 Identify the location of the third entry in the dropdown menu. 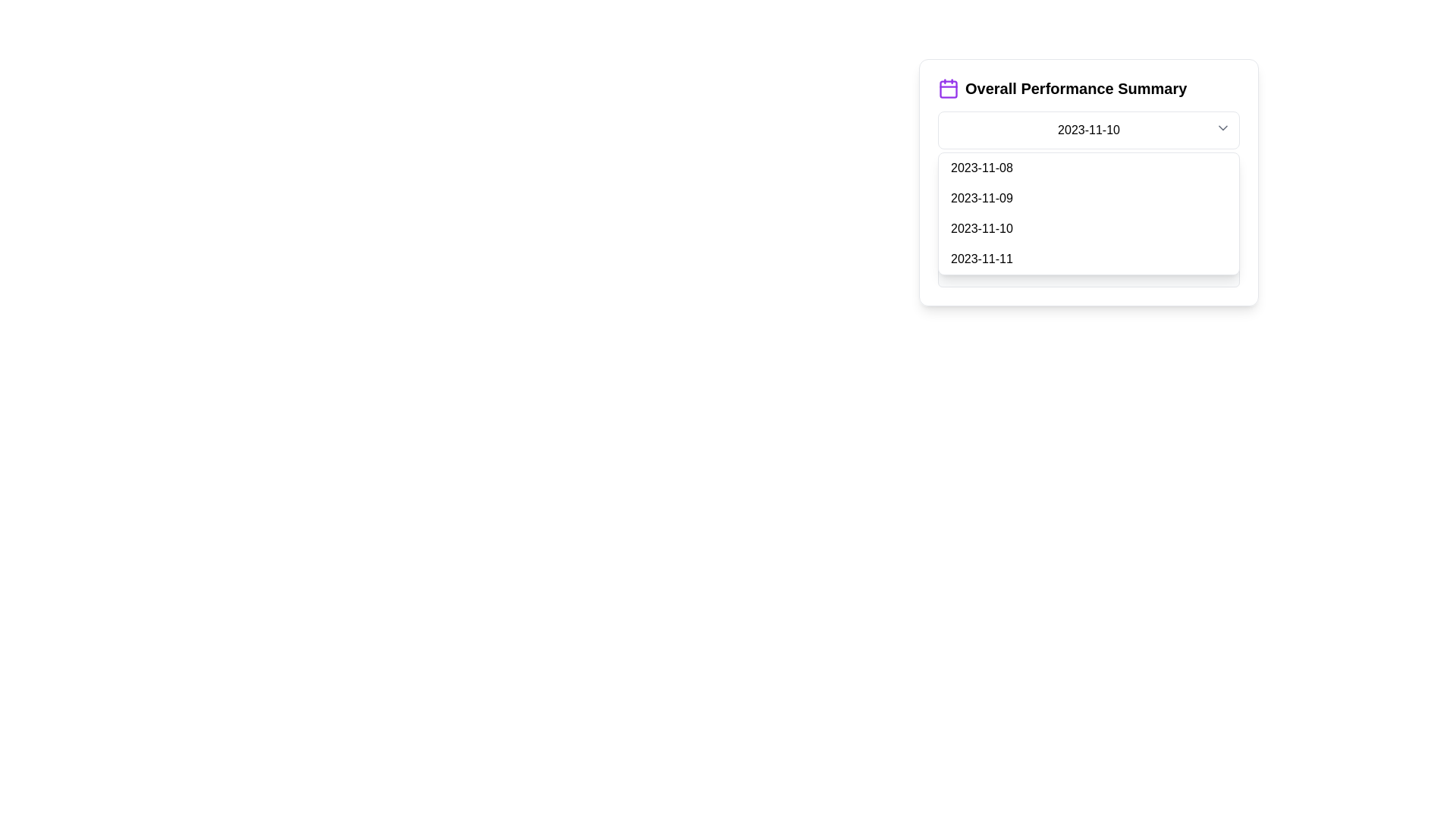
(1087, 228).